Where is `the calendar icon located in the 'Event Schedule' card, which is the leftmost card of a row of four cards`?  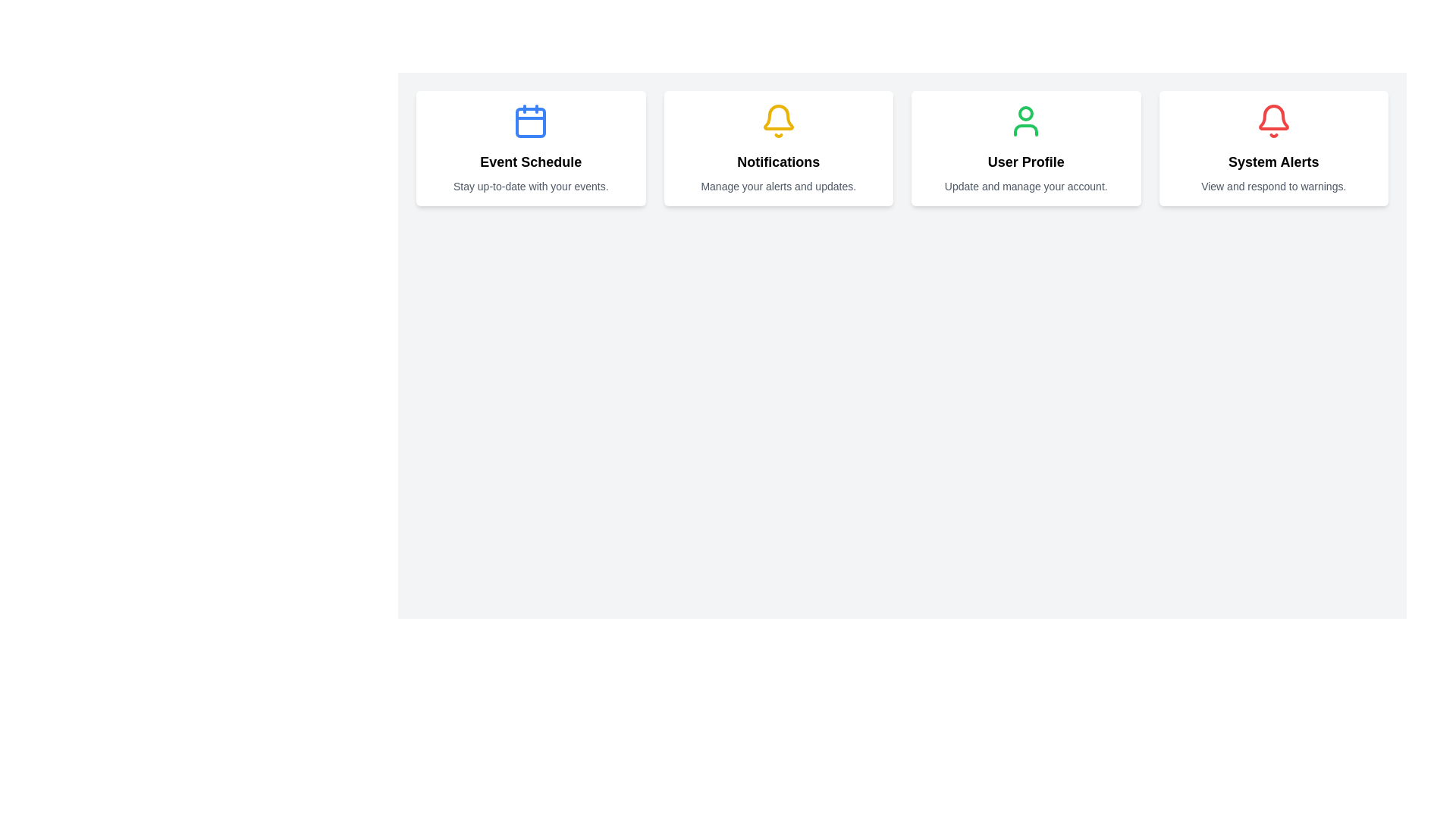
the calendar icon located in the 'Event Schedule' card, which is the leftmost card of a row of four cards is located at coordinates (531, 120).